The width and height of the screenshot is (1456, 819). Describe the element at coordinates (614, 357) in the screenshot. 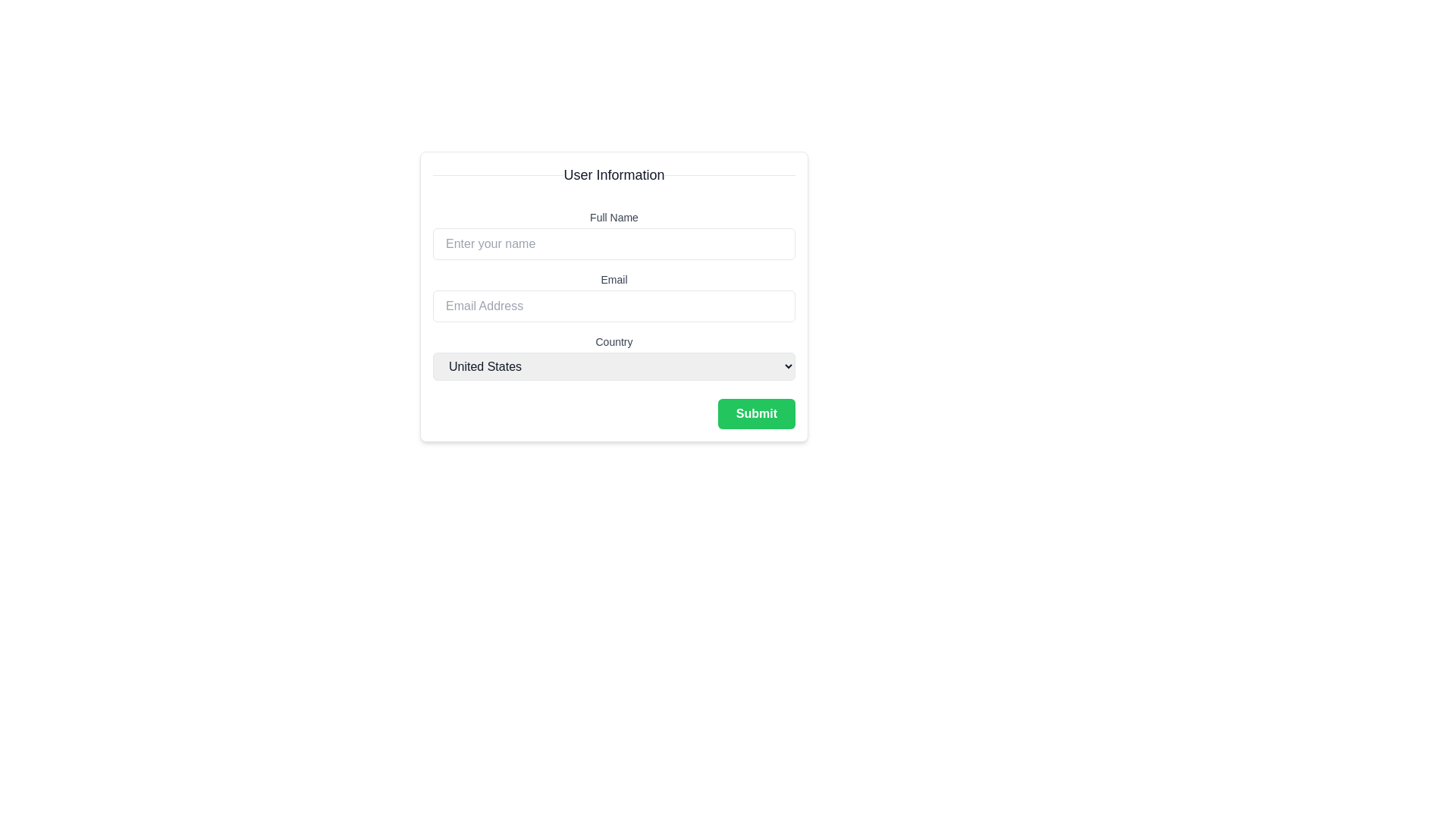

I see `the arrow of the Country dropdown menu` at that location.